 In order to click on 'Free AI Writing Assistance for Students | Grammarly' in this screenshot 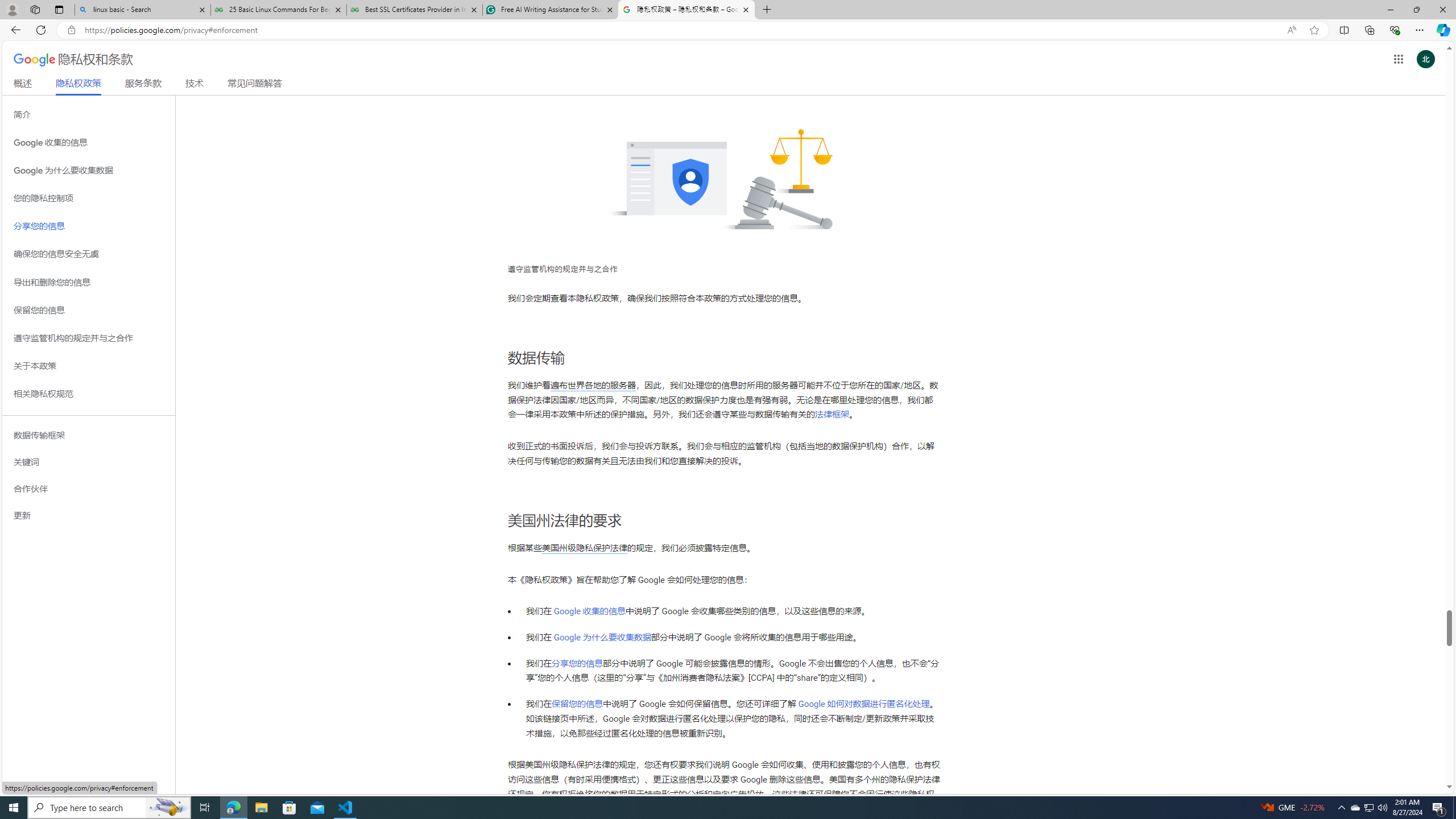, I will do `click(549, 9)`.